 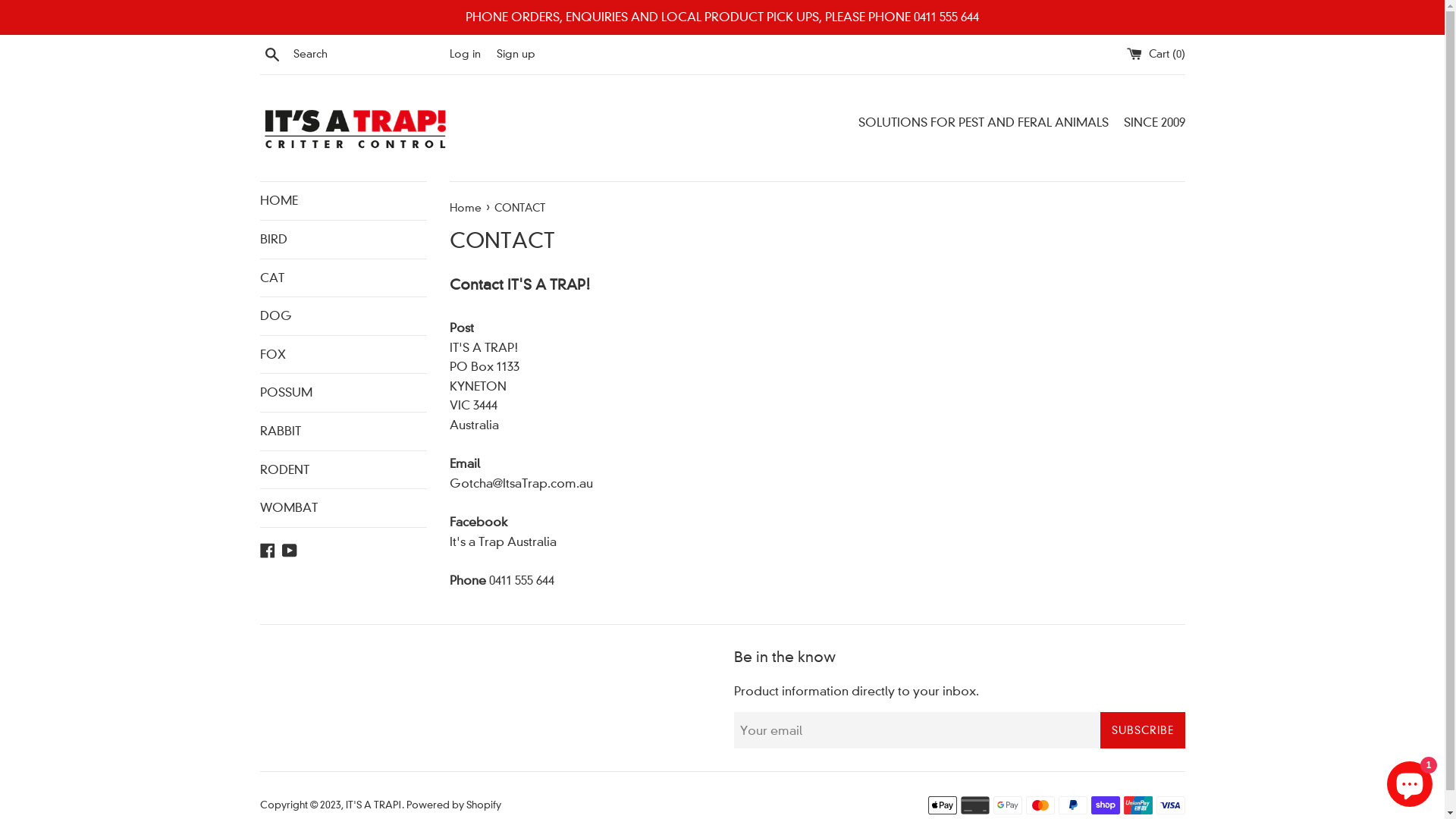 What do you see at coordinates (259, 354) in the screenshot?
I see `'FOX'` at bounding box center [259, 354].